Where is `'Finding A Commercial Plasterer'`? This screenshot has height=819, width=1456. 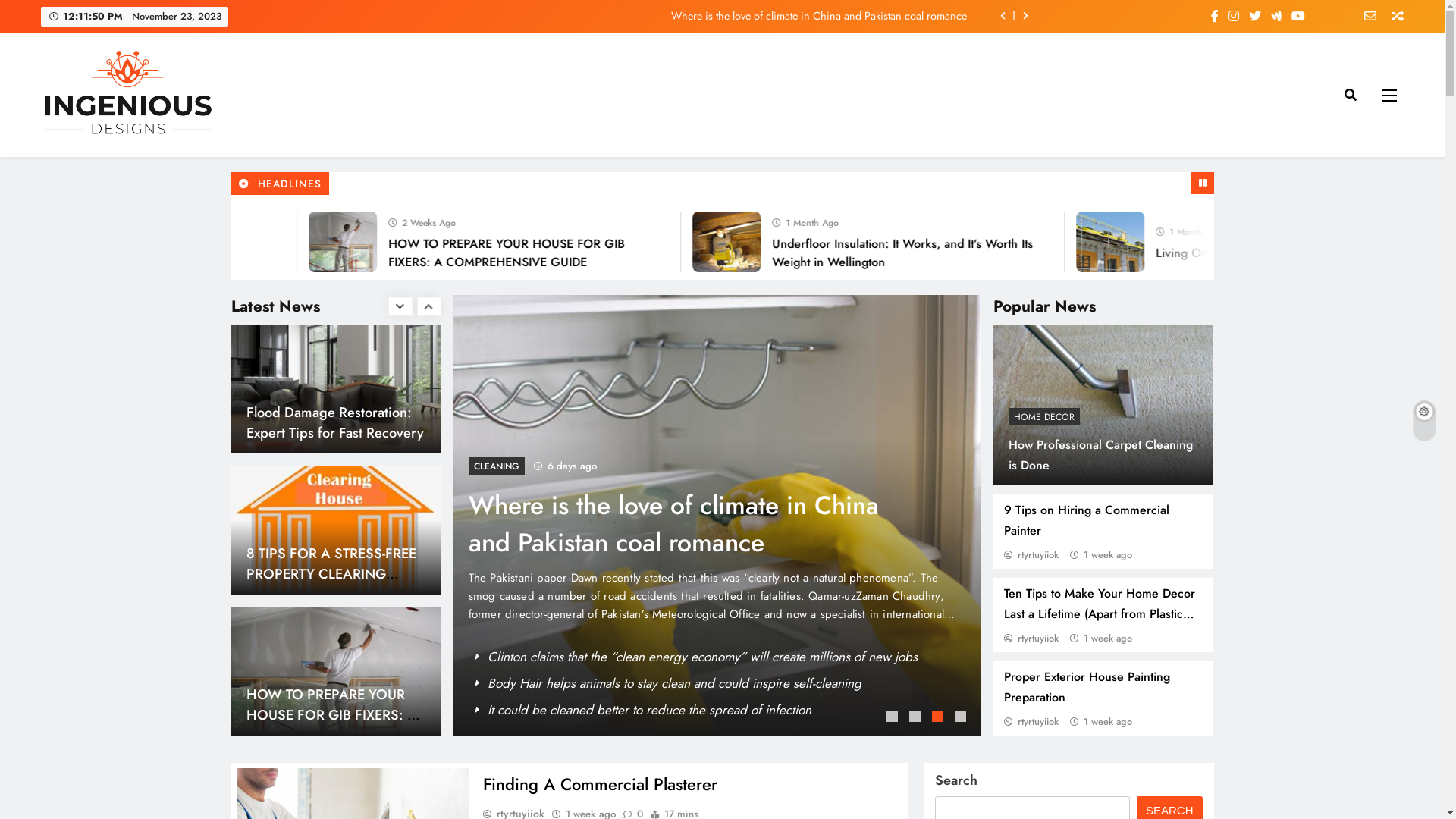
'Finding A Commercial Plasterer' is located at coordinates (599, 783).